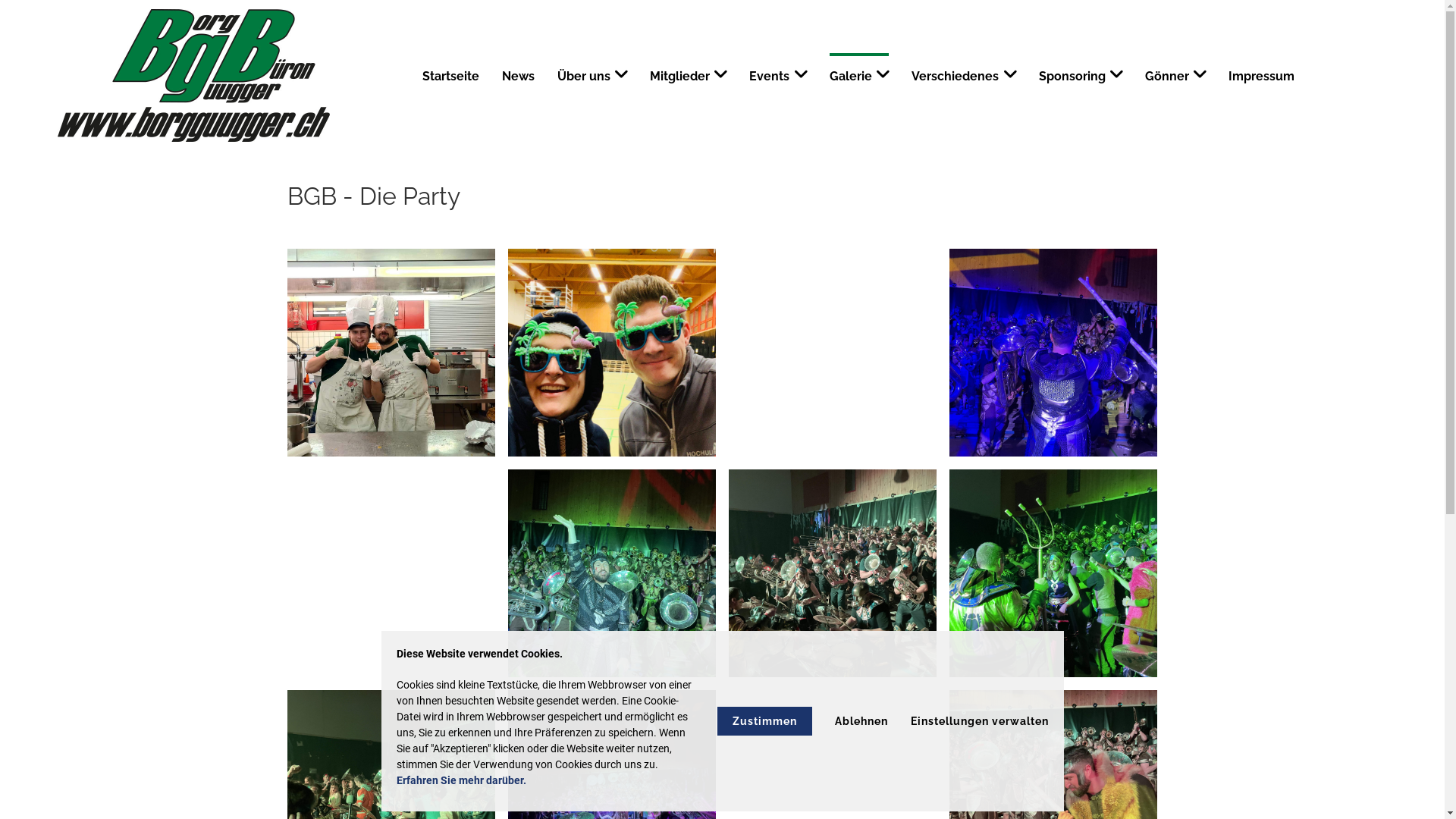  I want to click on 'Einstellungen verwalten', so click(979, 720).